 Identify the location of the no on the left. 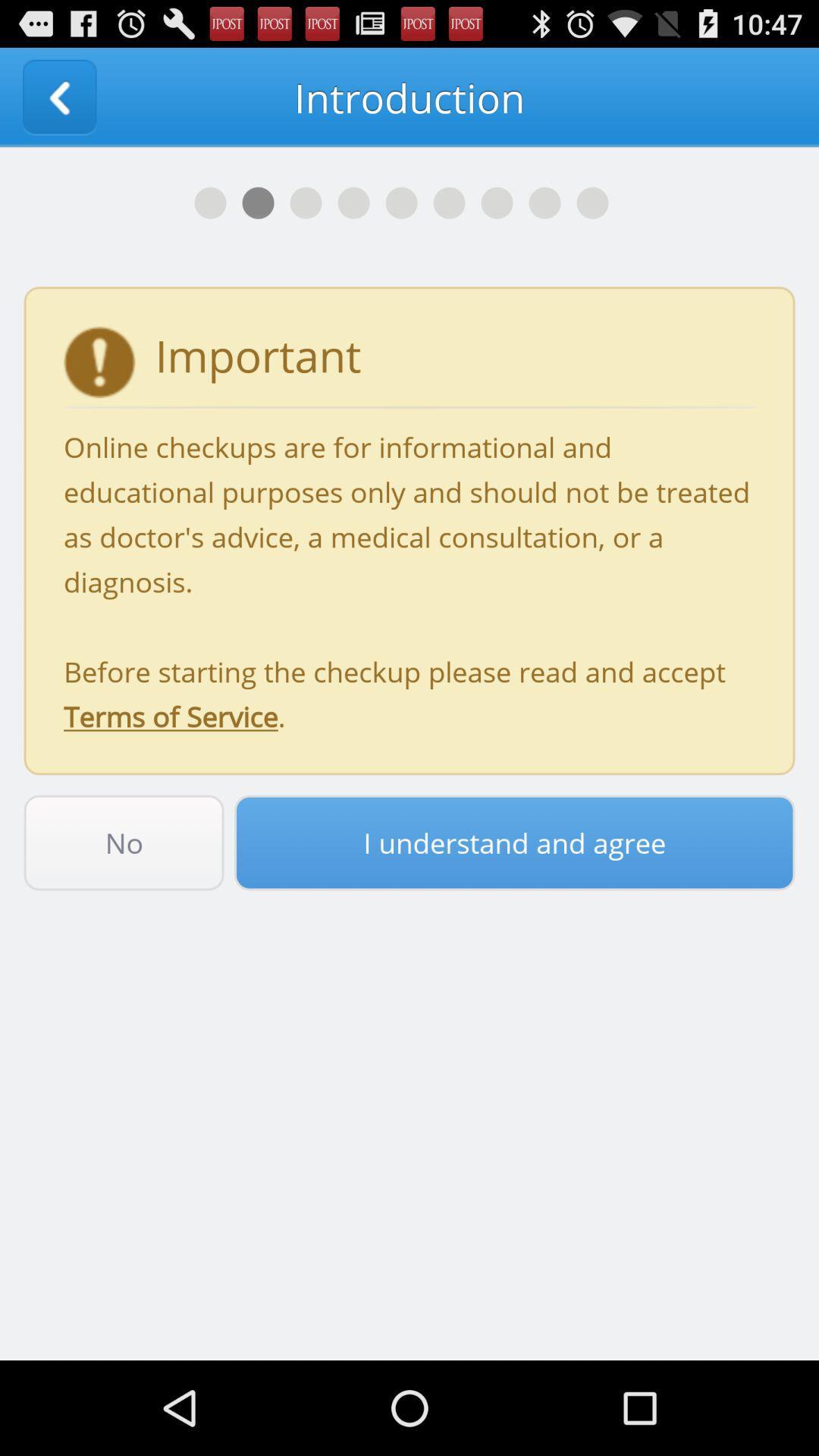
(123, 842).